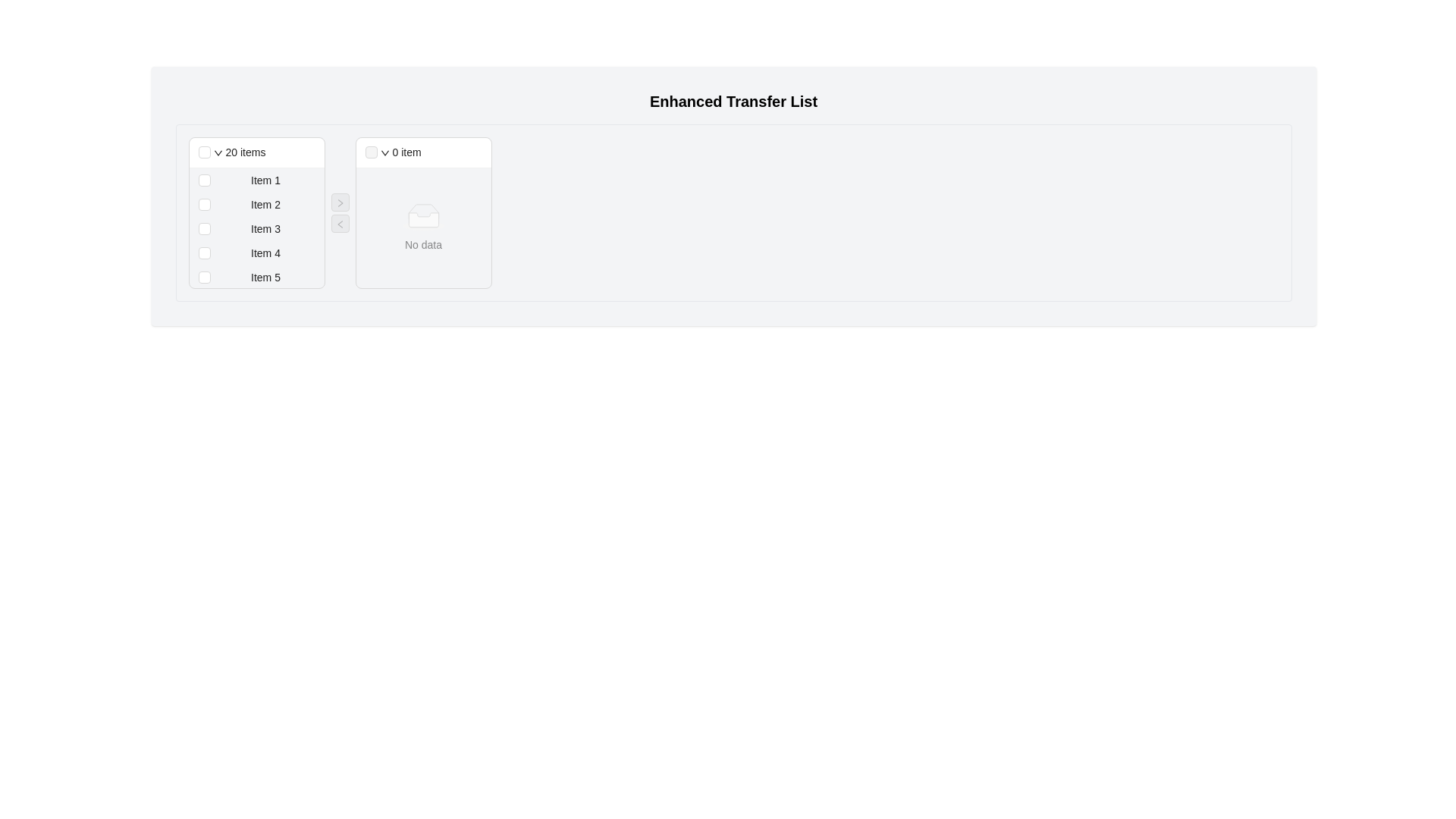 This screenshot has height=819, width=1456. What do you see at coordinates (265, 278) in the screenshot?
I see `text content of the text label displaying 'Item 5', which is horizontally centered and positioned to the right of the corresponding checkbox in the fifth list item of the transfer list` at bounding box center [265, 278].